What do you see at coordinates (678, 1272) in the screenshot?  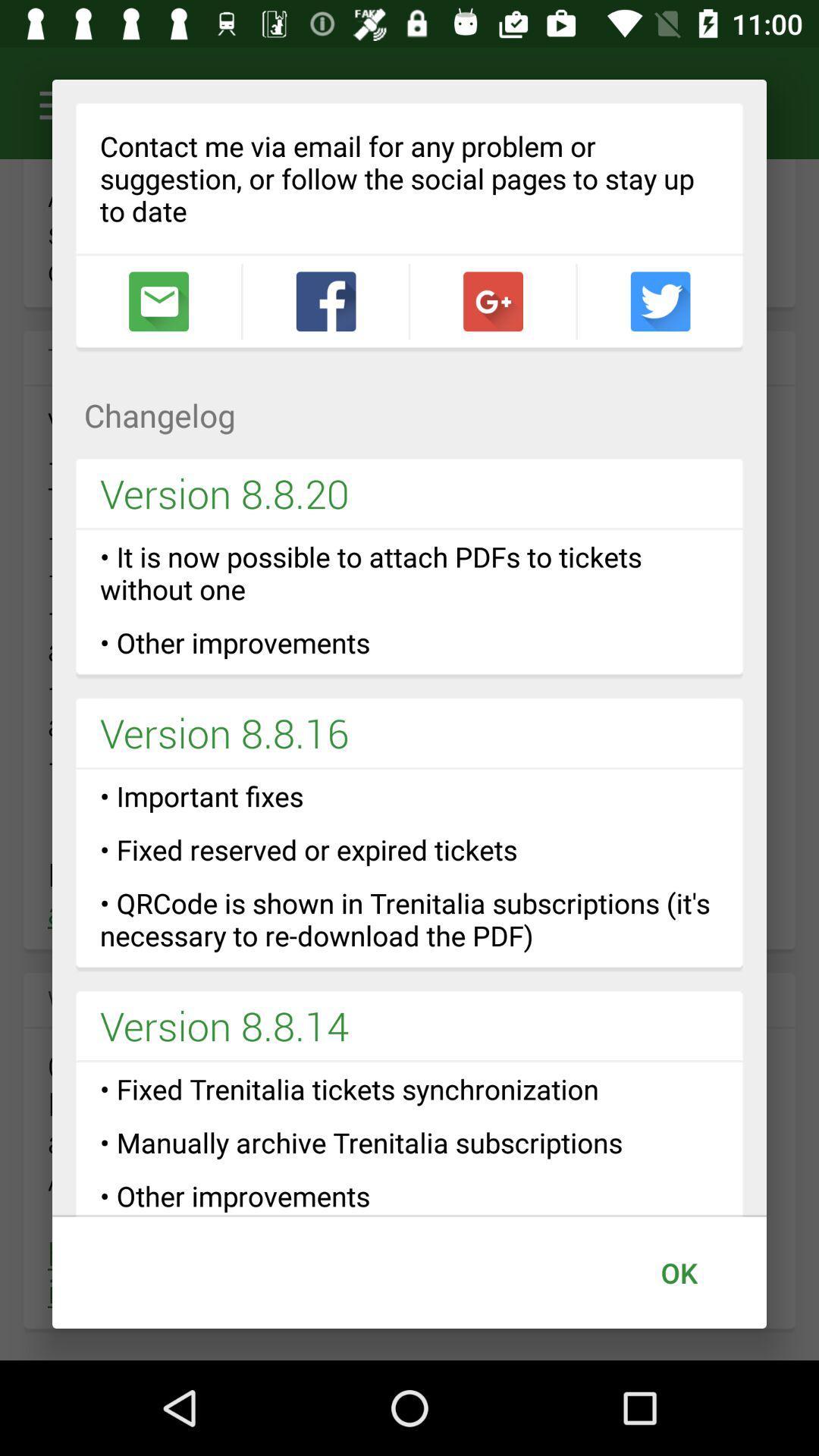 I see `ok icon` at bounding box center [678, 1272].